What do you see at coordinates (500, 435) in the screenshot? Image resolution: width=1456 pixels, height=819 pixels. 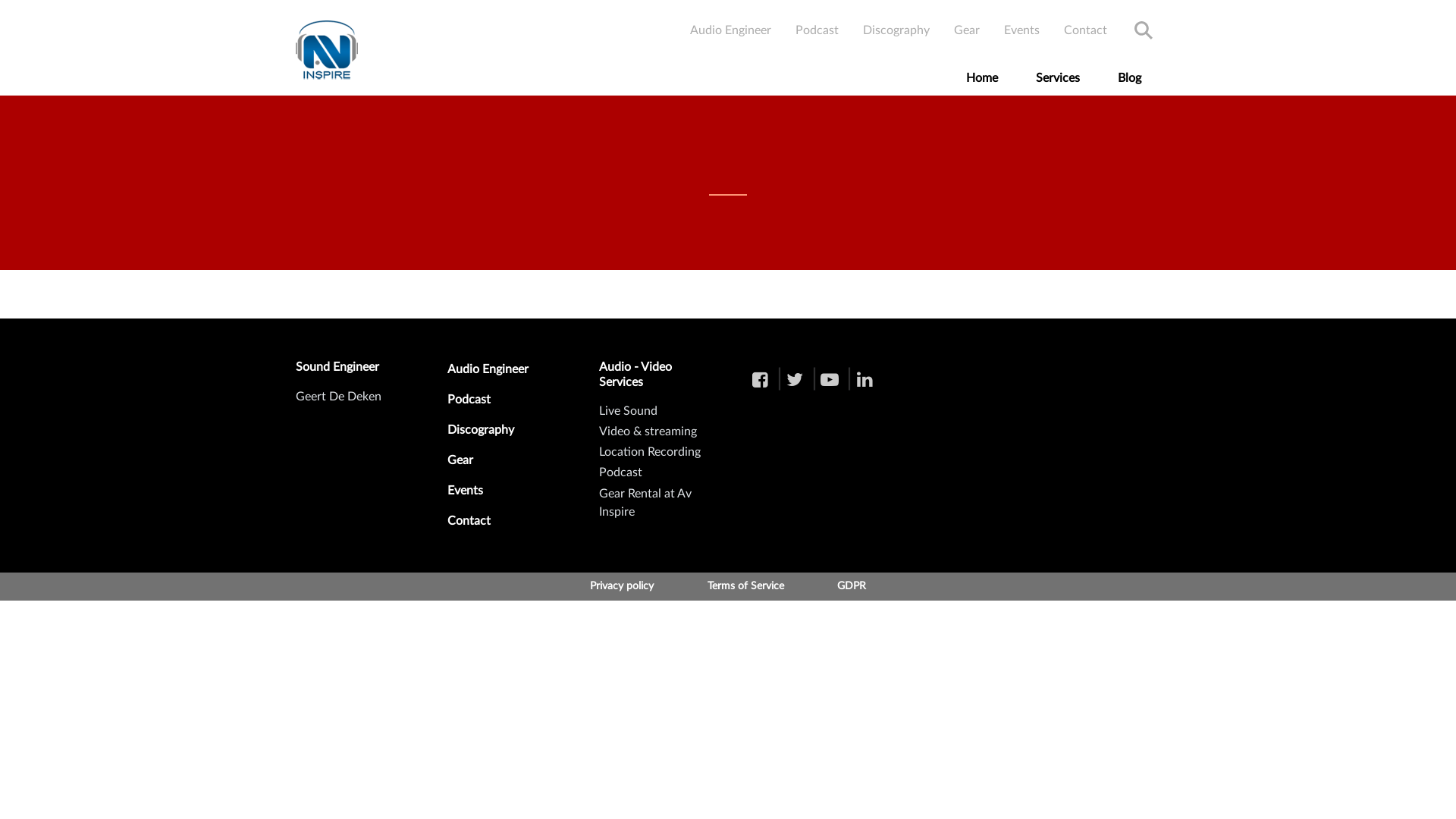 I see `'Discography'` at bounding box center [500, 435].